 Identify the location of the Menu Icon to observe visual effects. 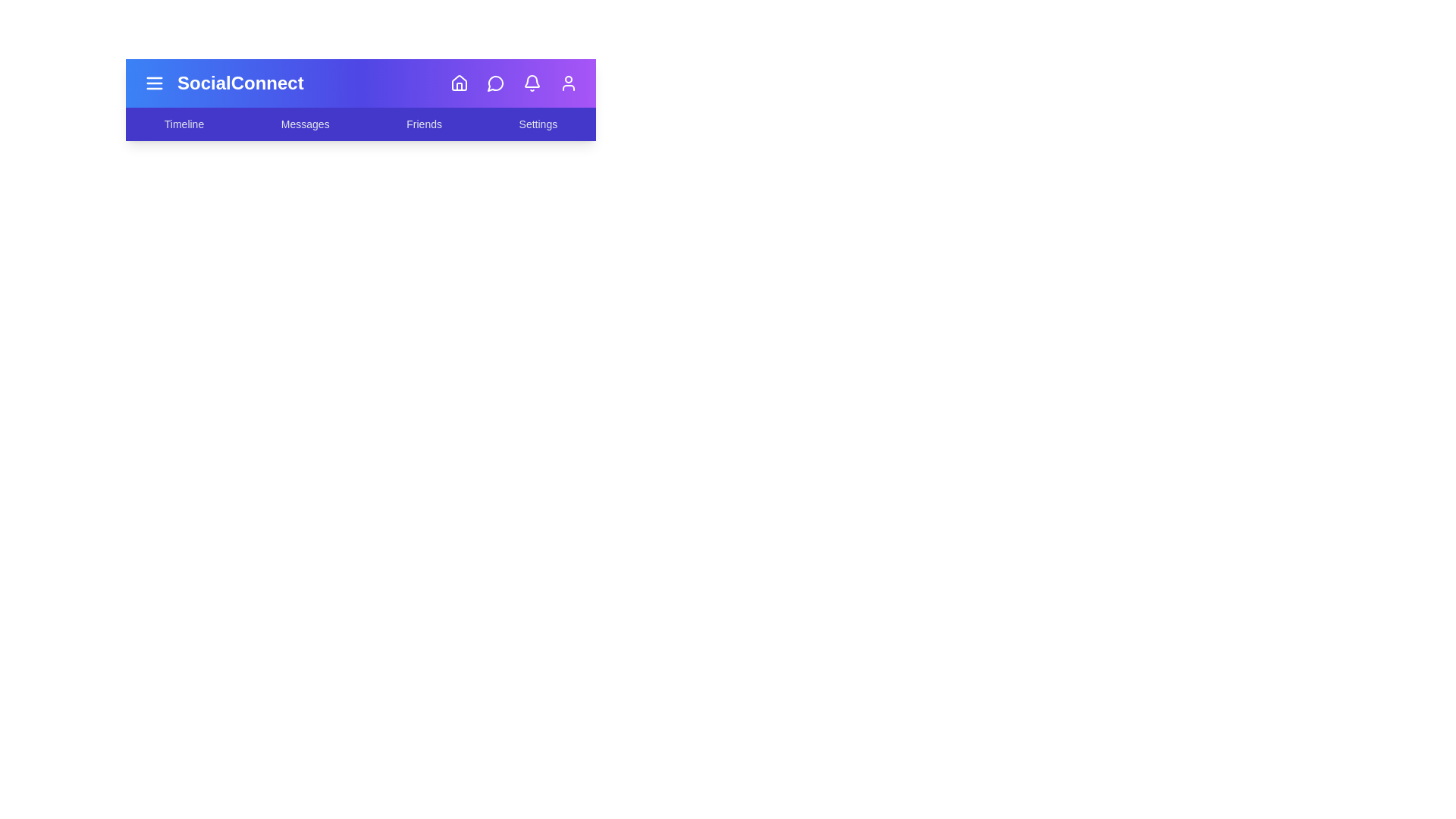
(154, 83).